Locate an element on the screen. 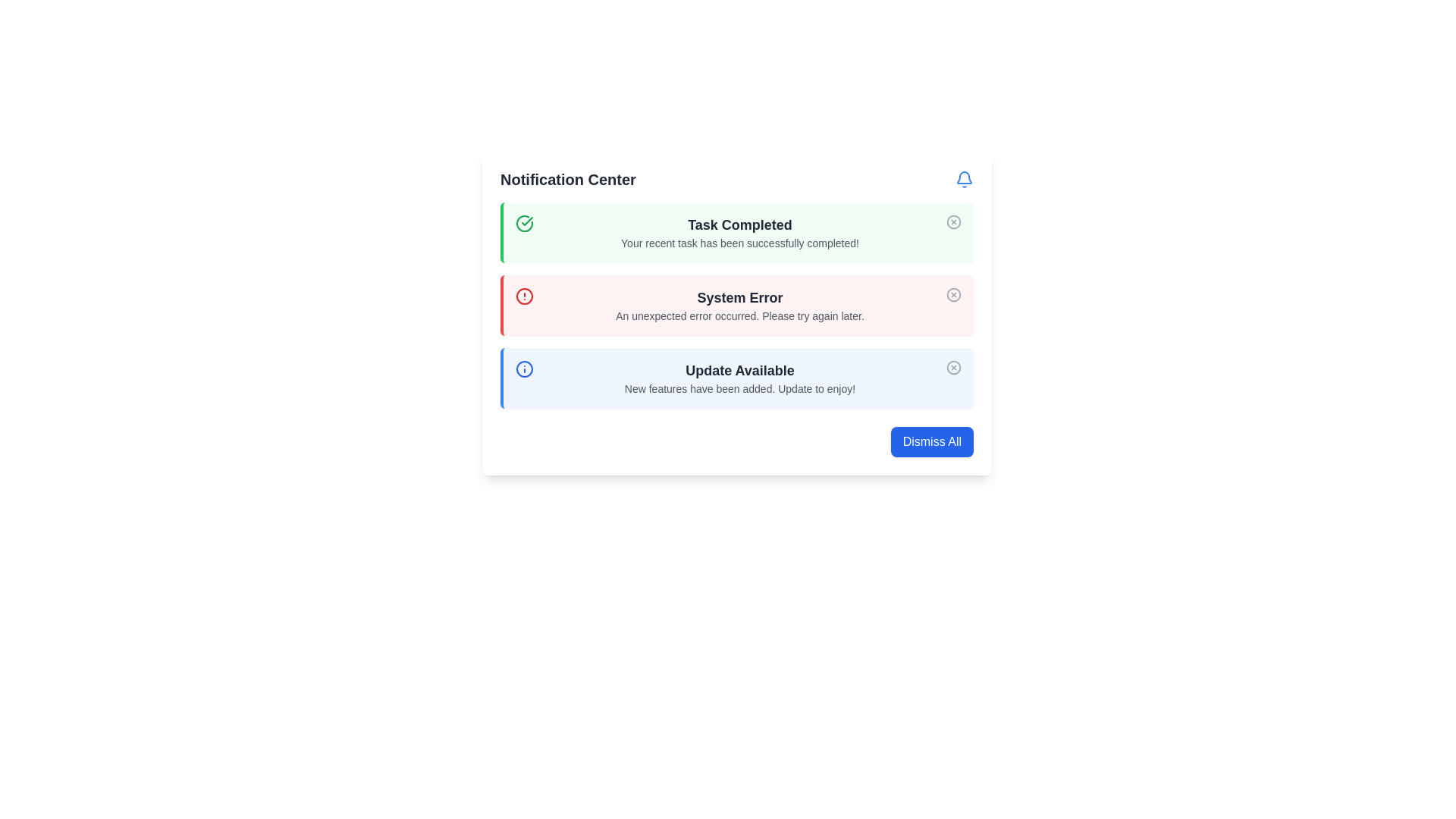 This screenshot has height=819, width=1456. the Text Label that provides additional details regarding the notification titled 'Update Available', which is located directly below the header text within the blue-bordered notification box is located at coordinates (739, 388).